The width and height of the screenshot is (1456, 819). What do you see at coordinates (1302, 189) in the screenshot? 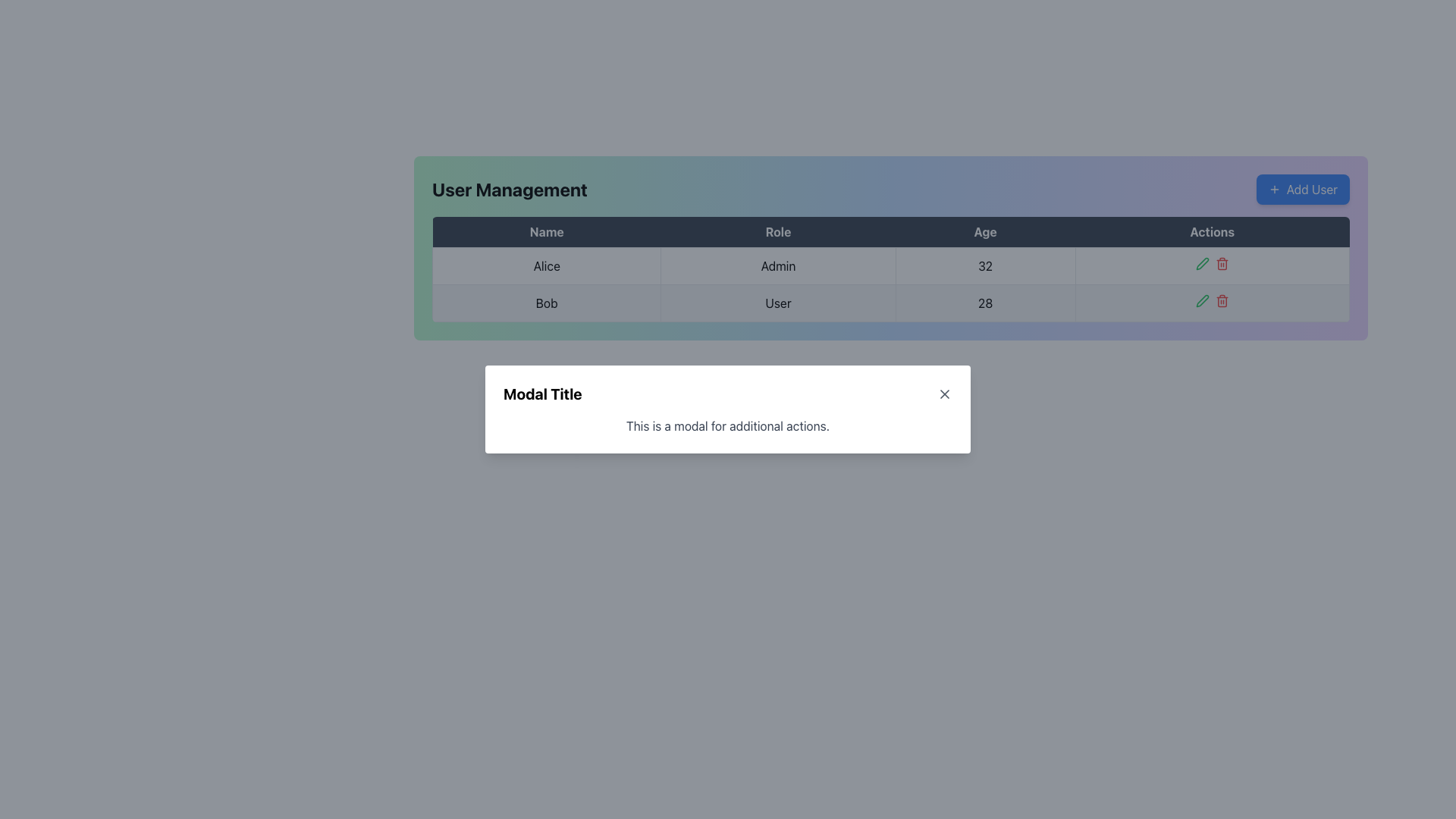
I see `the 'Add User' button located at the top-right side of the 'User Management' panel` at bounding box center [1302, 189].